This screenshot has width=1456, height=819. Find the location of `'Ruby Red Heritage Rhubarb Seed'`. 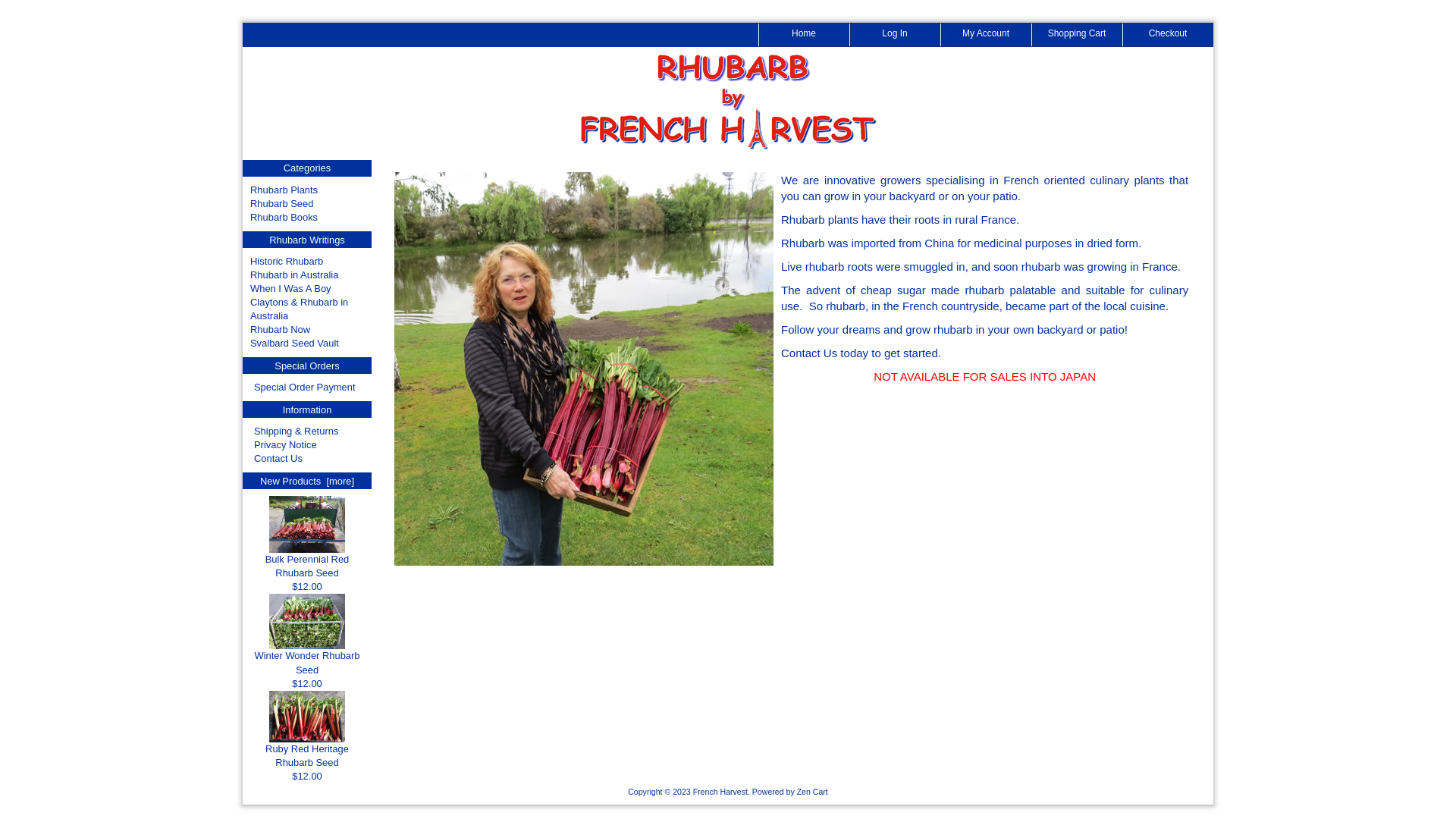

'Ruby Red Heritage Rhubarb Seed' is located at coordinates (306, 751).